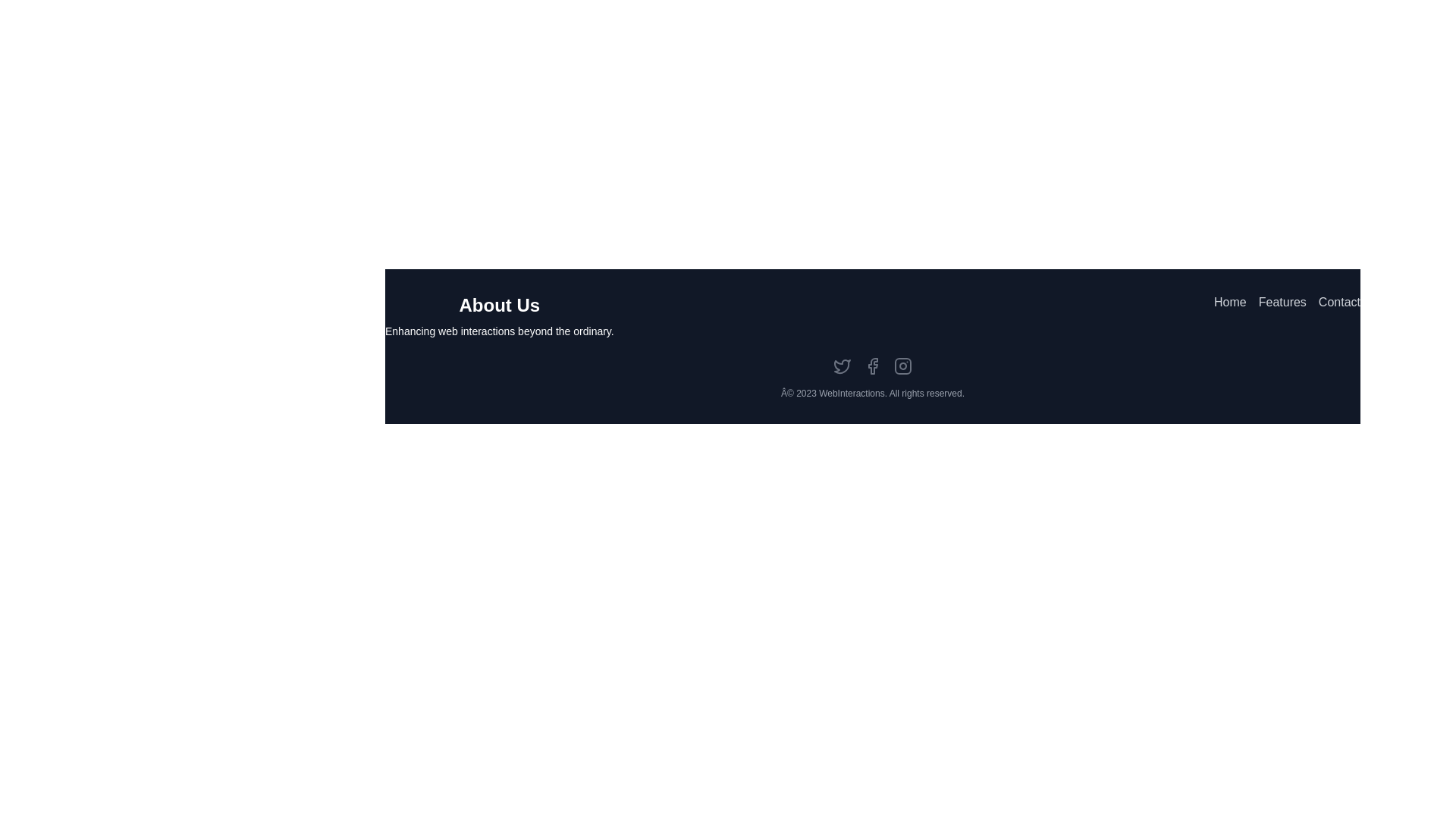  I want to click on the SVG graphical element that represents the Instagram icon, located within the footer section of the interface, so click(902, 366).